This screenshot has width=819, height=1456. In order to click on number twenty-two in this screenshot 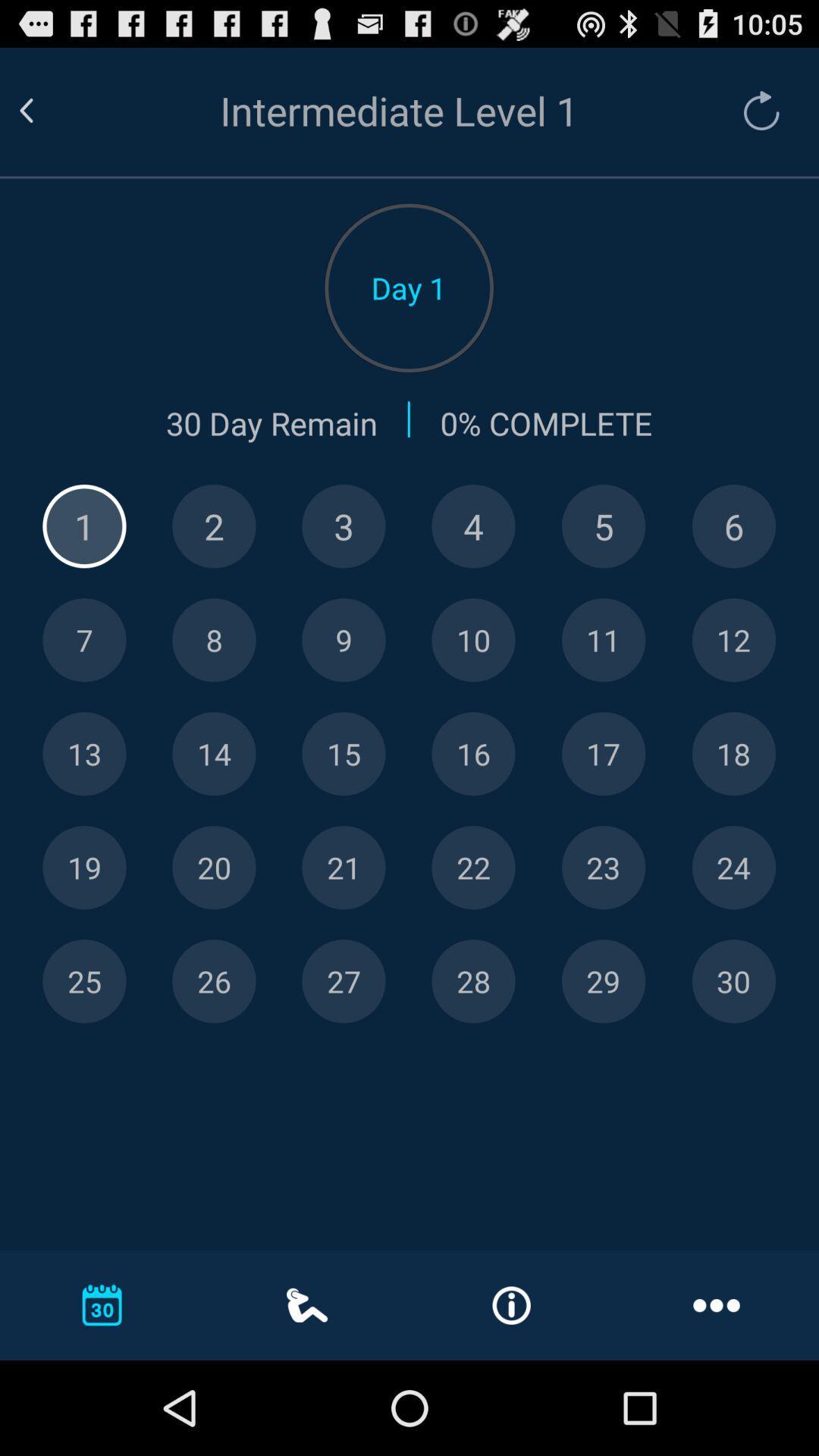, I will do `click(472, 868)`.